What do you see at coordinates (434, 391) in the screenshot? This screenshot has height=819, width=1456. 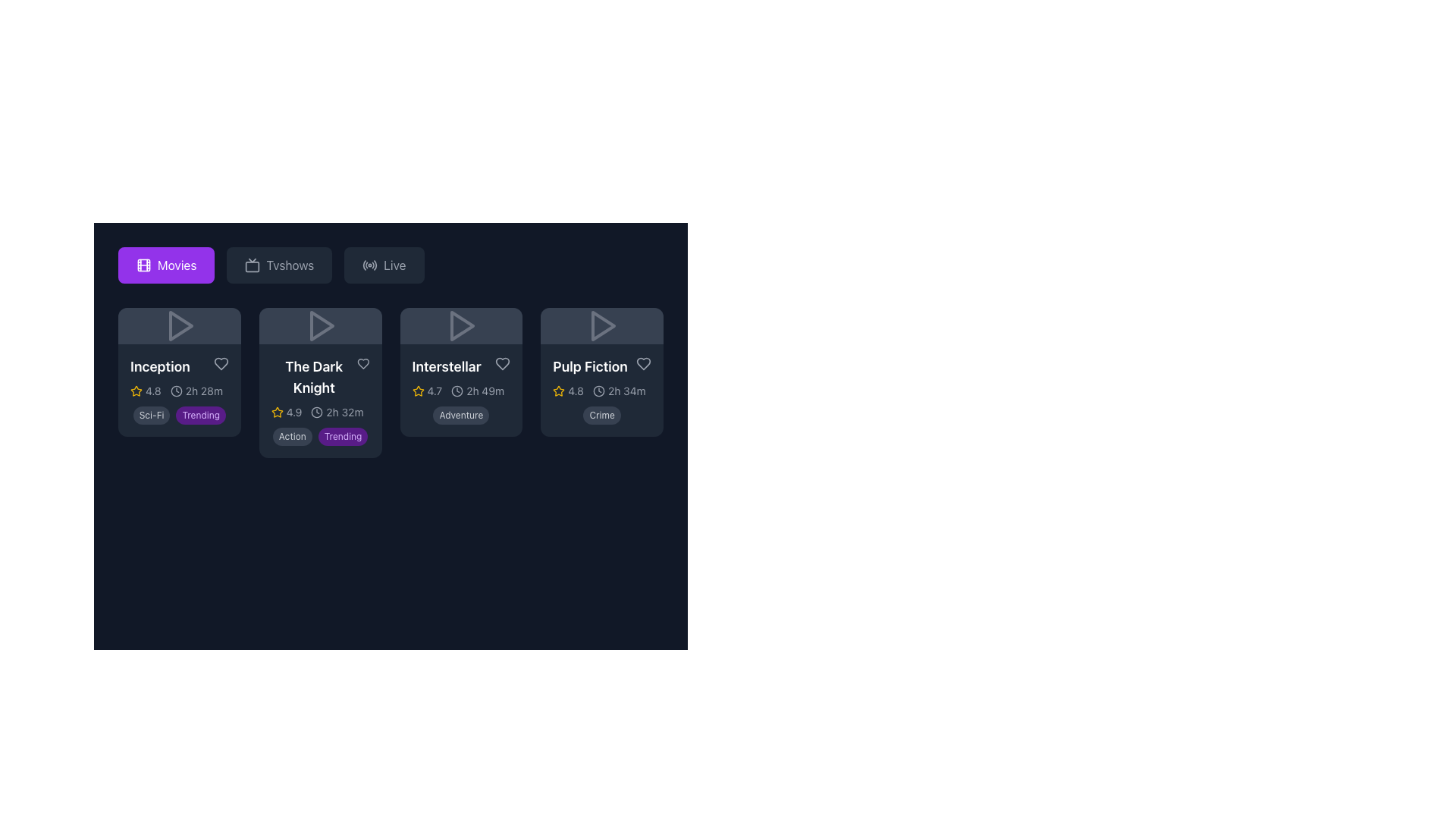 I see `text value displayed in the lower-left section of the 'Interstellar' movie card, which shows a rating of '4.7'` at bounding box center [434, 391].